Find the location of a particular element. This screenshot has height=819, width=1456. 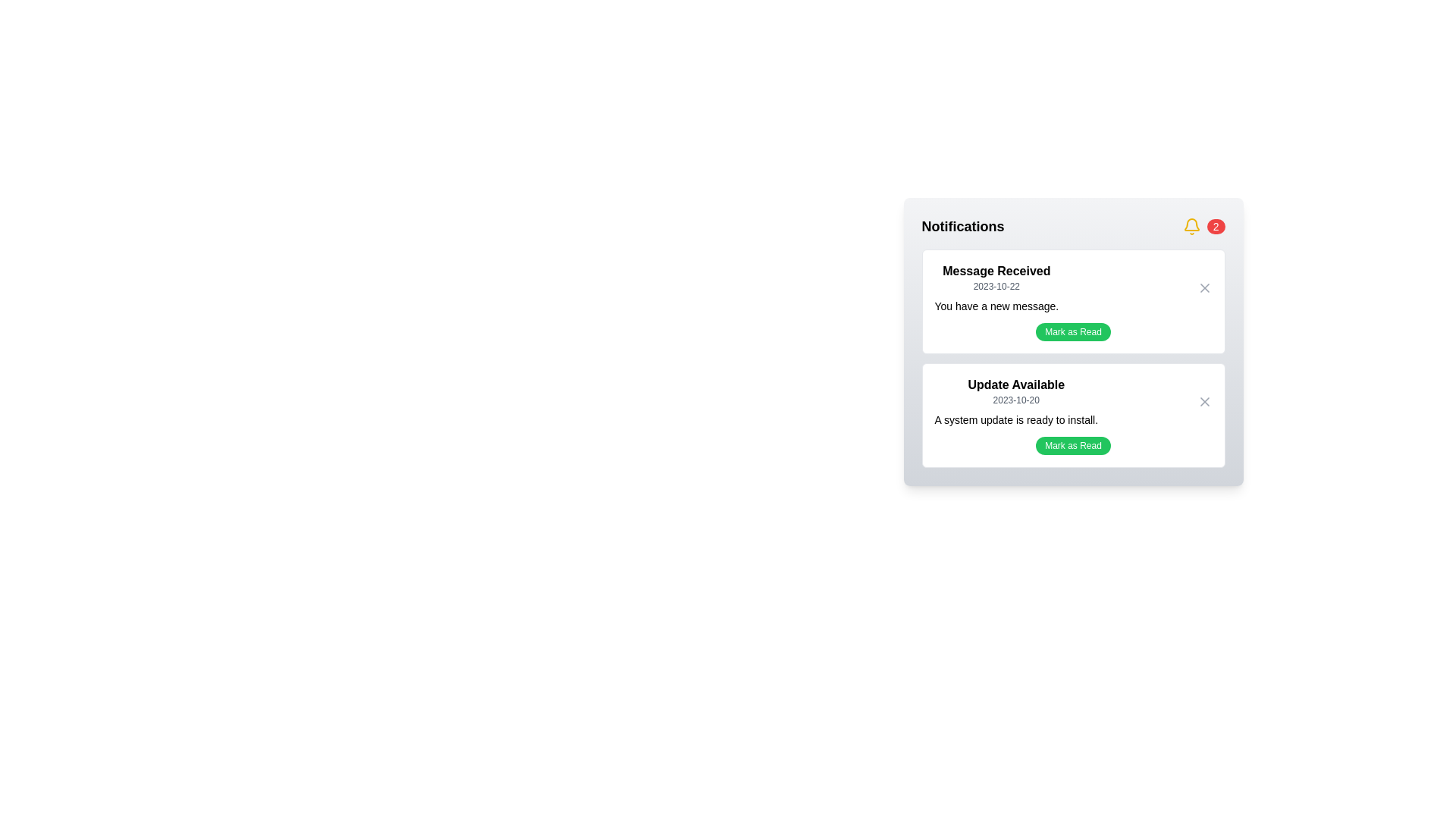

the header section displaying 'Notifications' with a yellow bell icon and a red badge showing '2' is located at coordinates (1072, 227).